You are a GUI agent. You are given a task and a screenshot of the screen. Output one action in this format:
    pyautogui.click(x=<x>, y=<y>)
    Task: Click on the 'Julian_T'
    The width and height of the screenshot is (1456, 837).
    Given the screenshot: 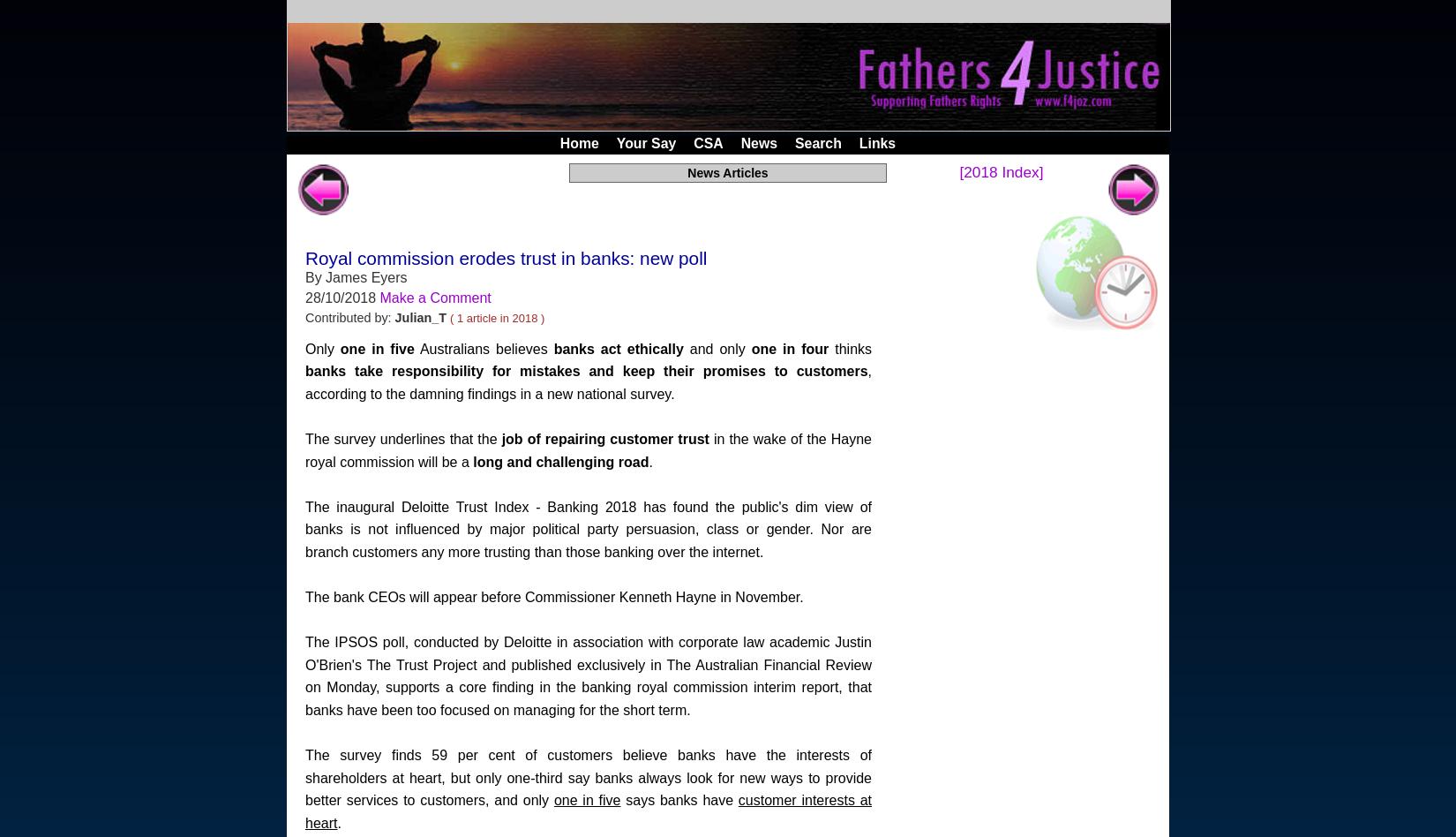 What is the action you would take?
    pyautogui.click(x=419, y=316)
    